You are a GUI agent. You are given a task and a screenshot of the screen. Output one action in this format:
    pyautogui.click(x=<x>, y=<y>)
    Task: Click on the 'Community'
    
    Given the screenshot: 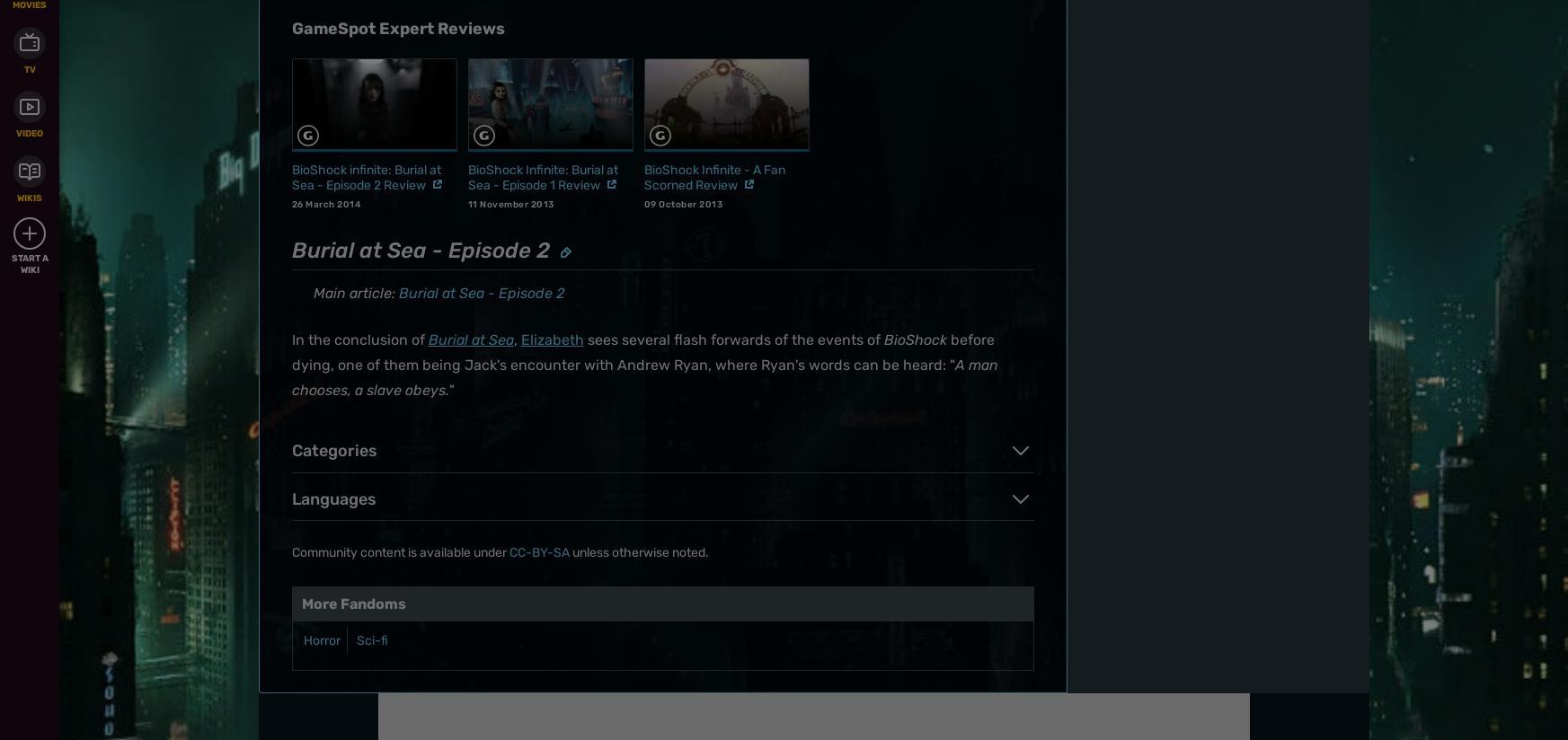 What is the action you would take?
    pyautogui.click(x=855, y=12)
    